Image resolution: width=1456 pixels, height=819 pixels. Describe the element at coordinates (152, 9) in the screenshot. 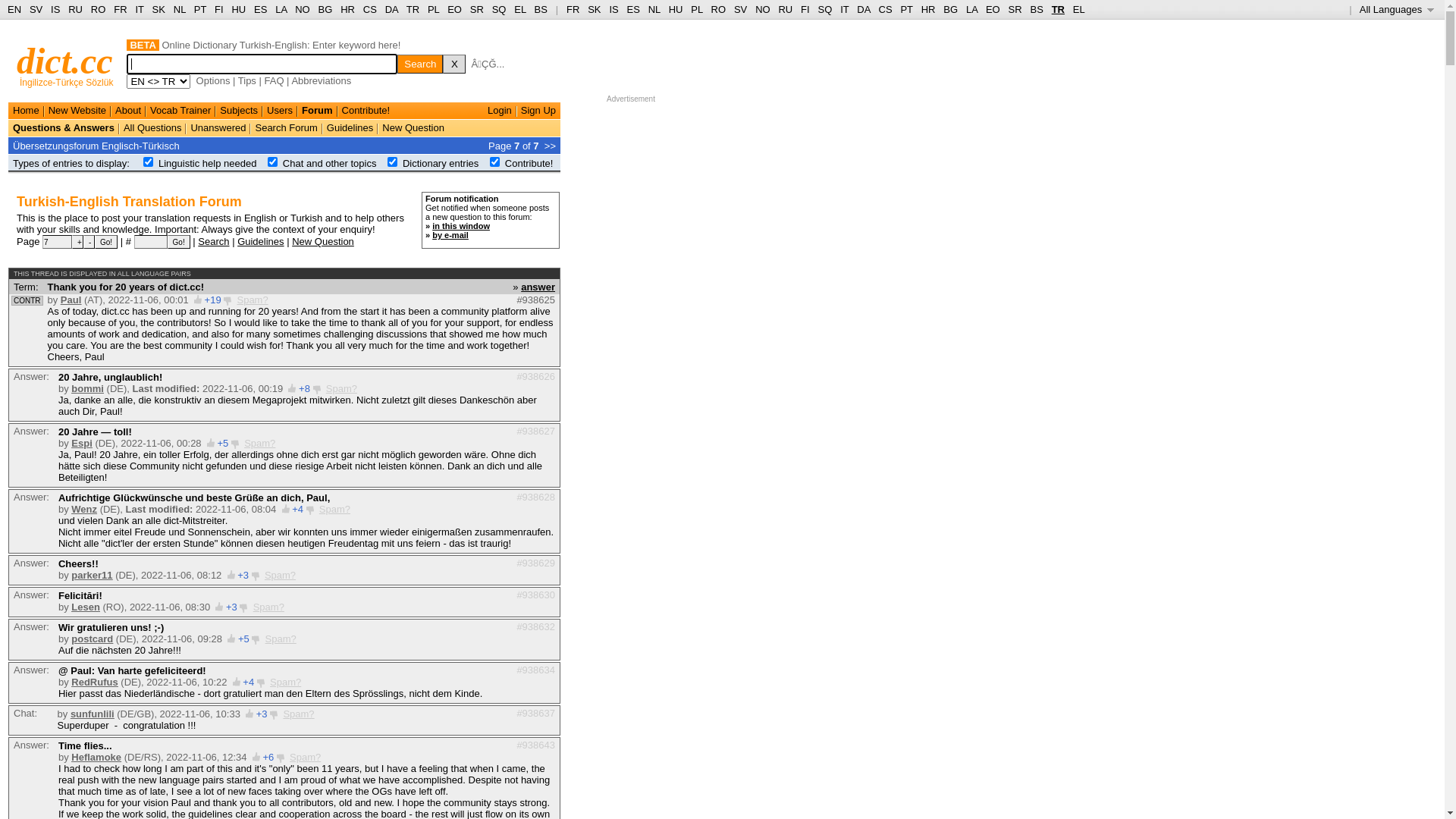

I see `'SK'` at that location.